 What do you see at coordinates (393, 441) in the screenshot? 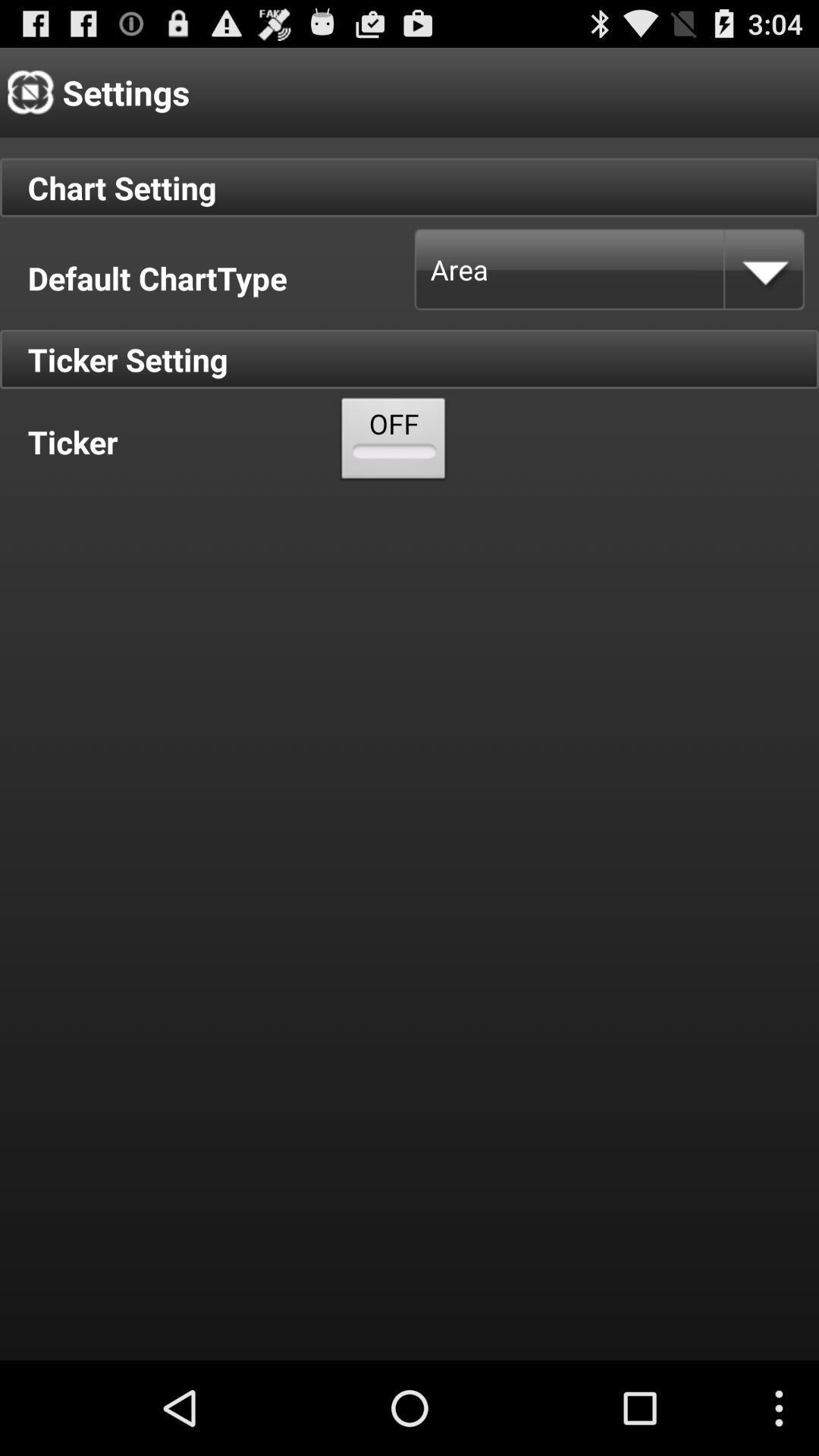
I see `the item next to ticker icon` at bounding box center [393, 441].